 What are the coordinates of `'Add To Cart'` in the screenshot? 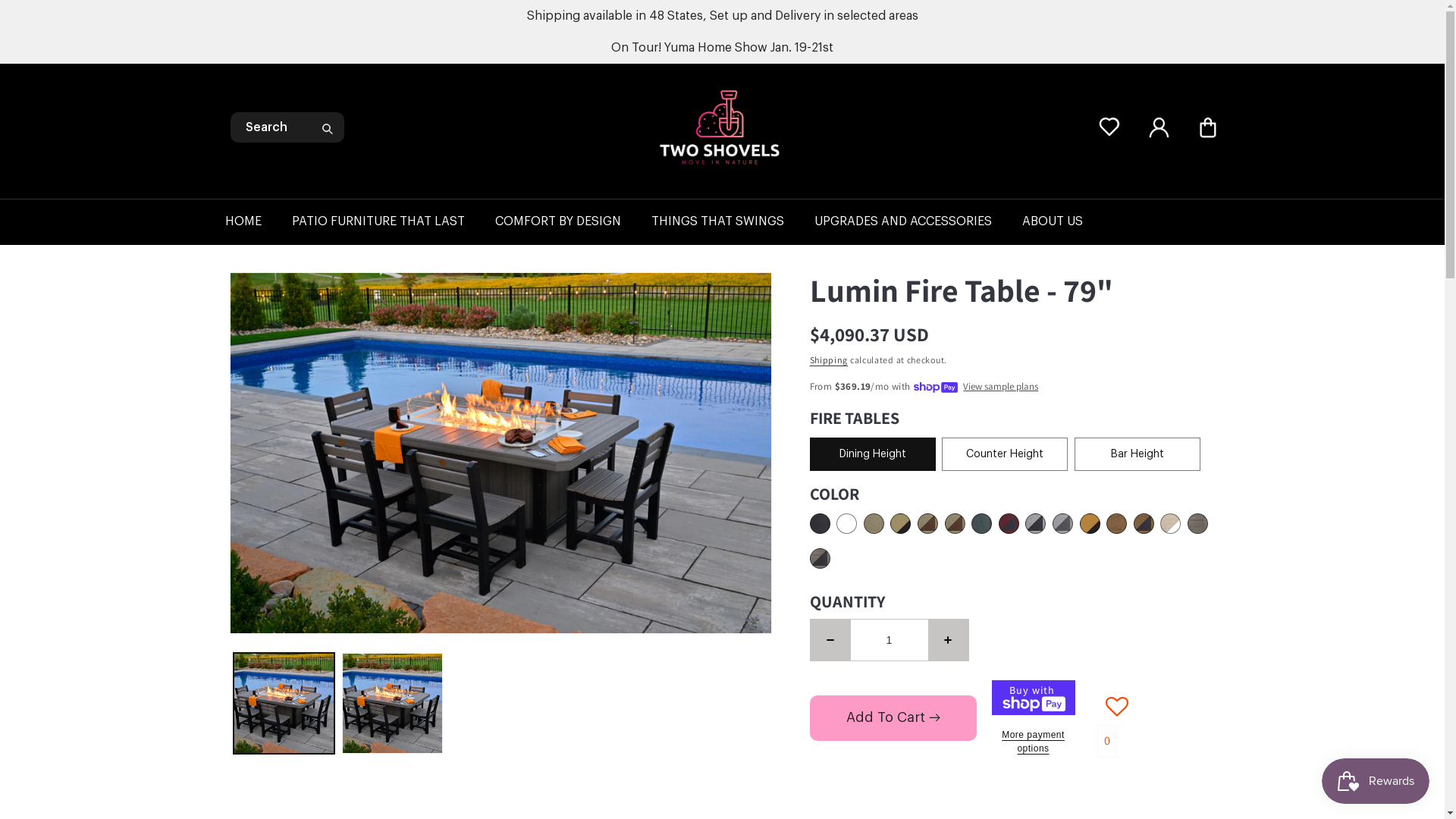 It's located at (893, 717).